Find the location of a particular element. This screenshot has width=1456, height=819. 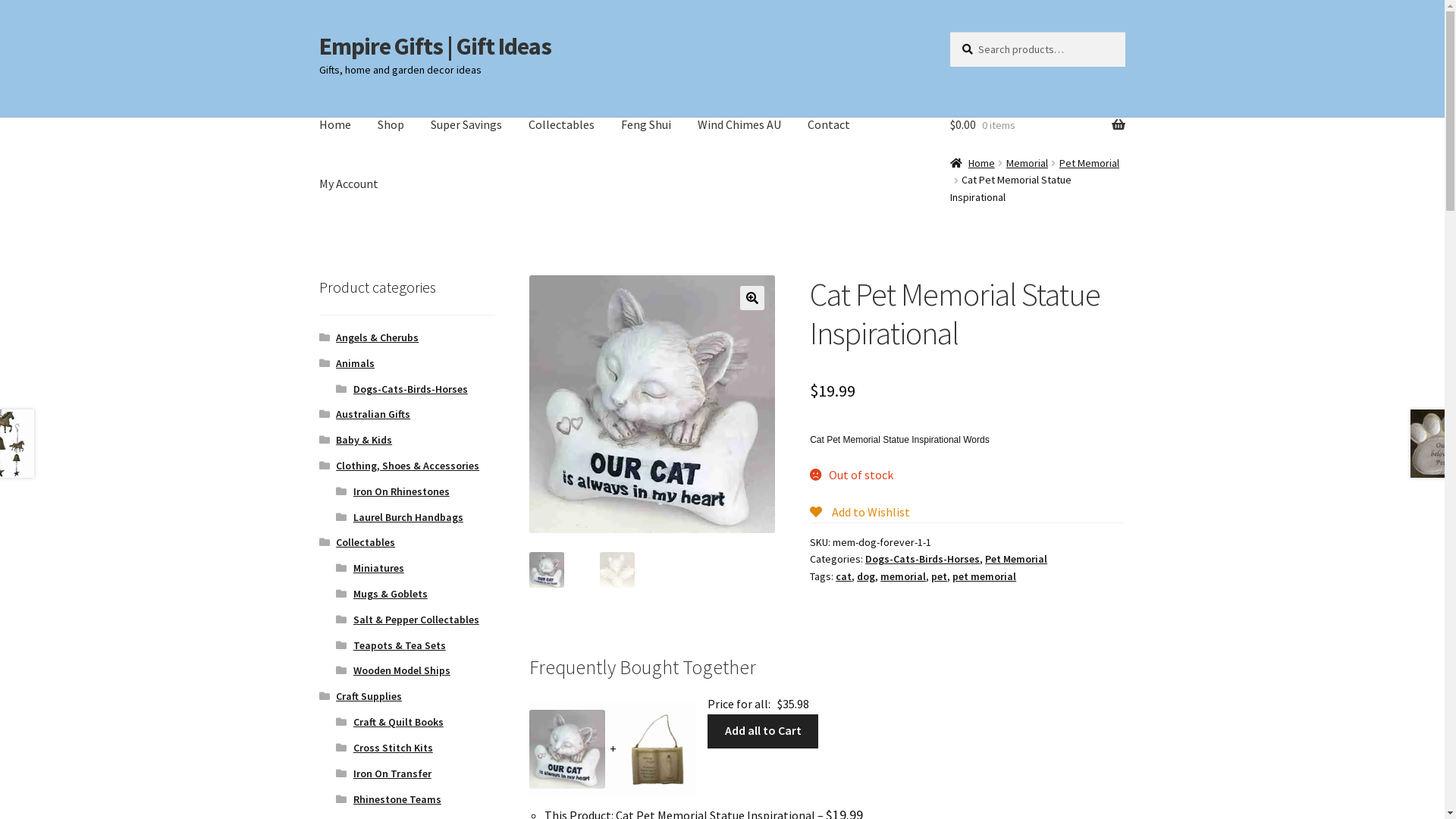

'Add all to Cart' is located at coordinates (763, 730).